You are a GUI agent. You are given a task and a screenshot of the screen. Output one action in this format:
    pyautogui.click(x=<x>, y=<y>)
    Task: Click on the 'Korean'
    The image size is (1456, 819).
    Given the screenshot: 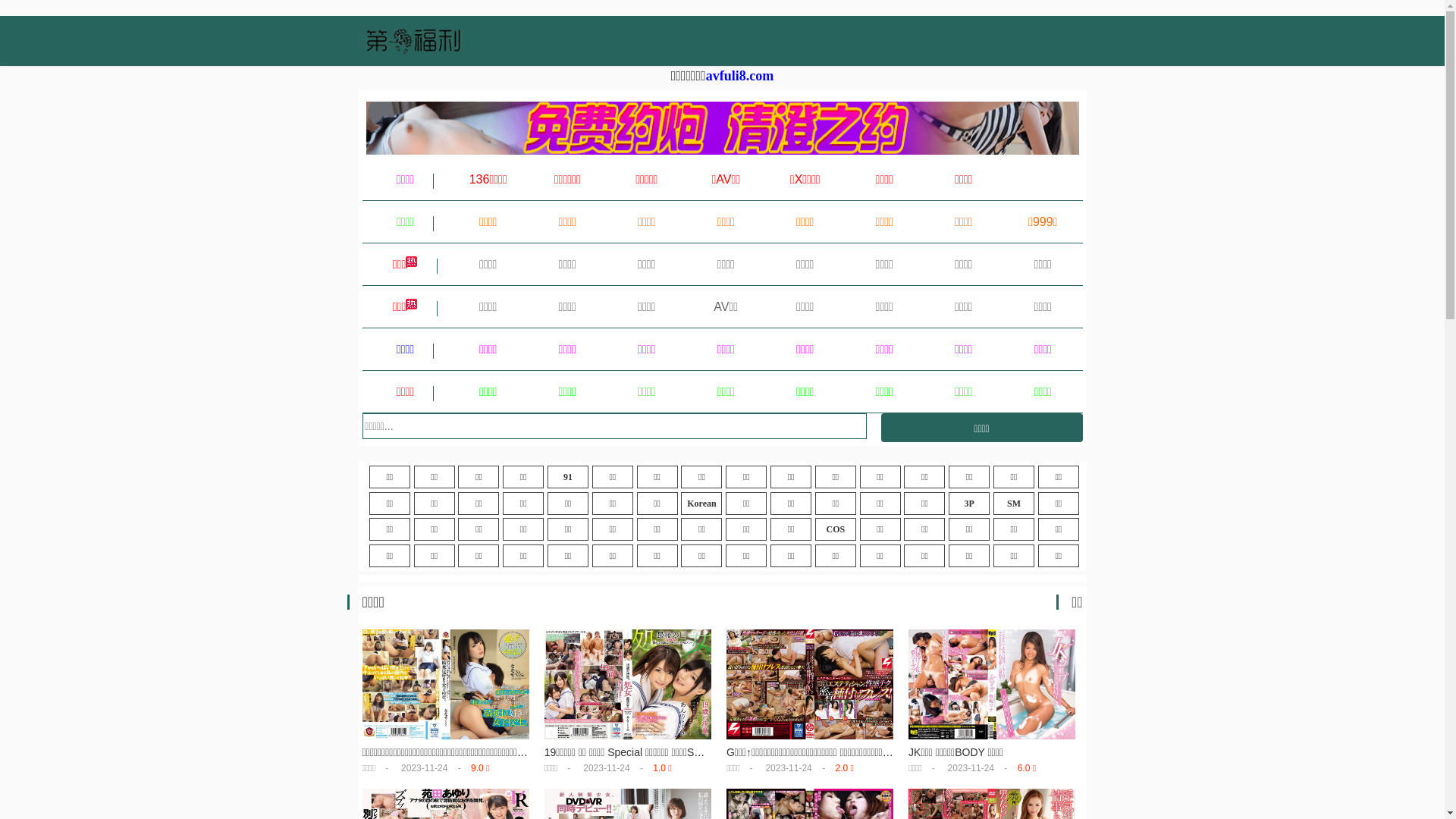 What is the action you would take?
    pyautogui.click(x=701, y=503)
    